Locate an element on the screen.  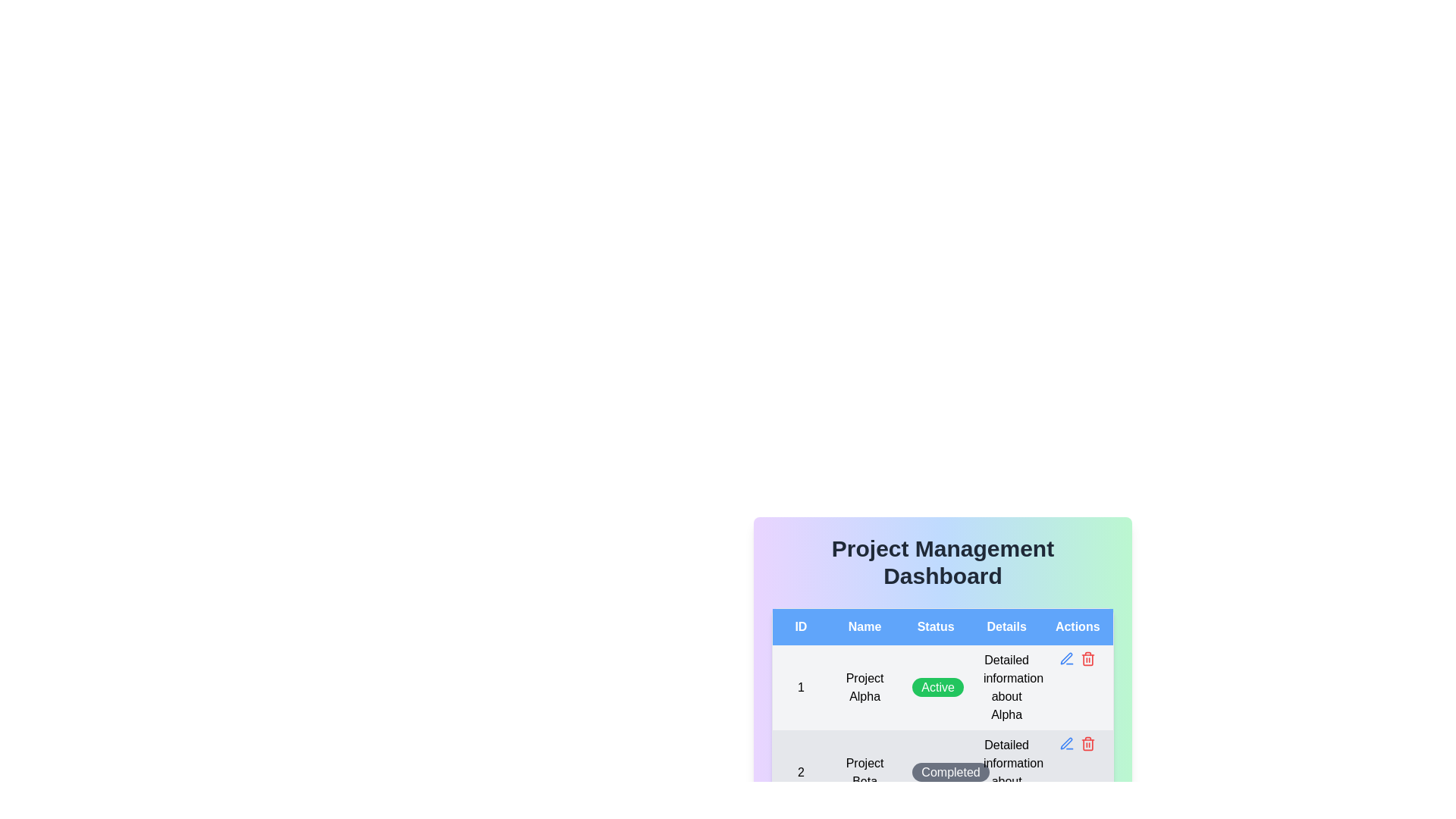
the data table element in the 'Project Management Dashboard' is located at coordinates (942, 711).